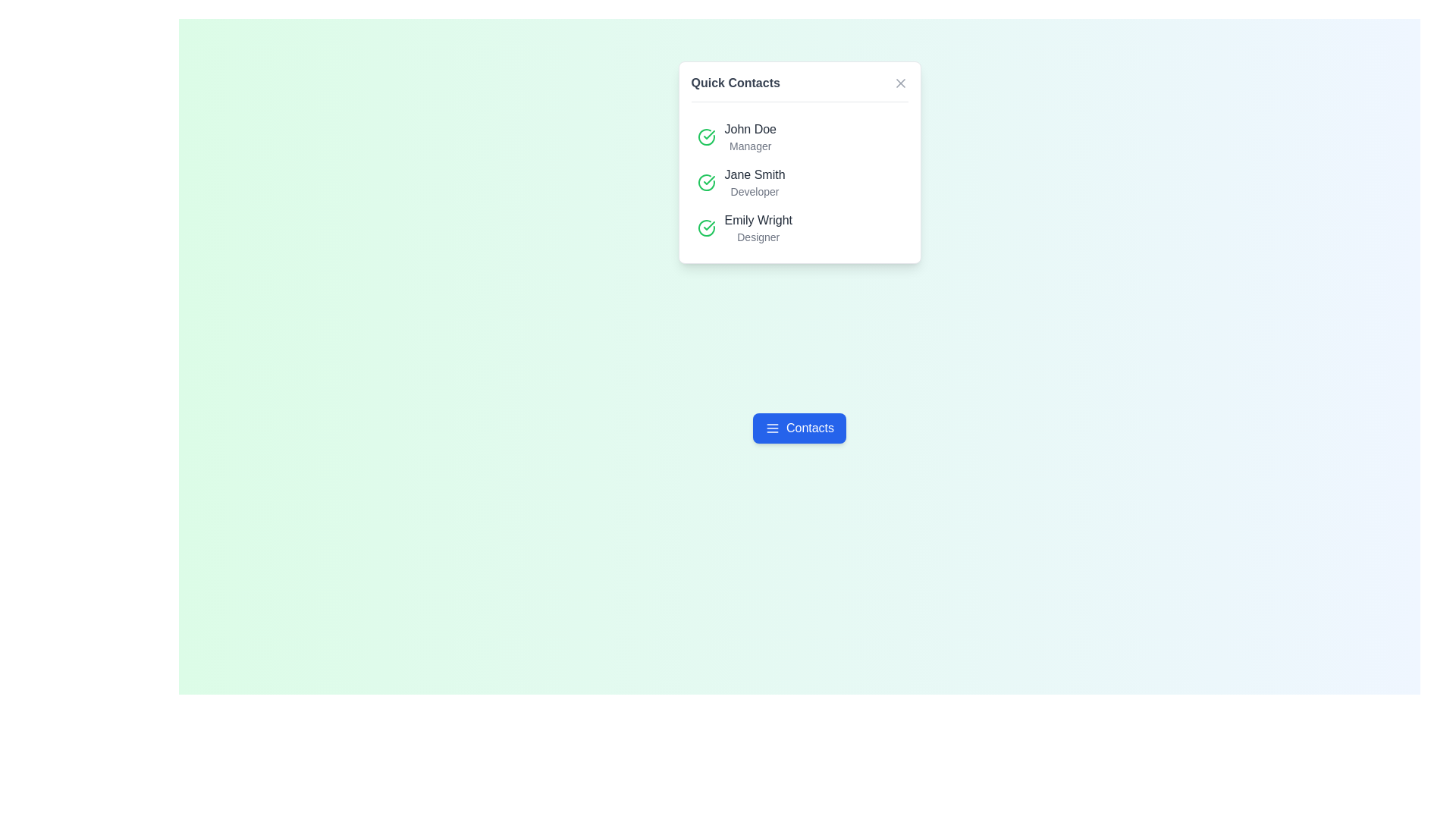 This screenshot has height=819, width=1456. I want to click on the text label displaying the name of a contact in the 'Quick Contacts' section, which is the first entry in the list and appears above the 'Manager' label, so click(750, 128).